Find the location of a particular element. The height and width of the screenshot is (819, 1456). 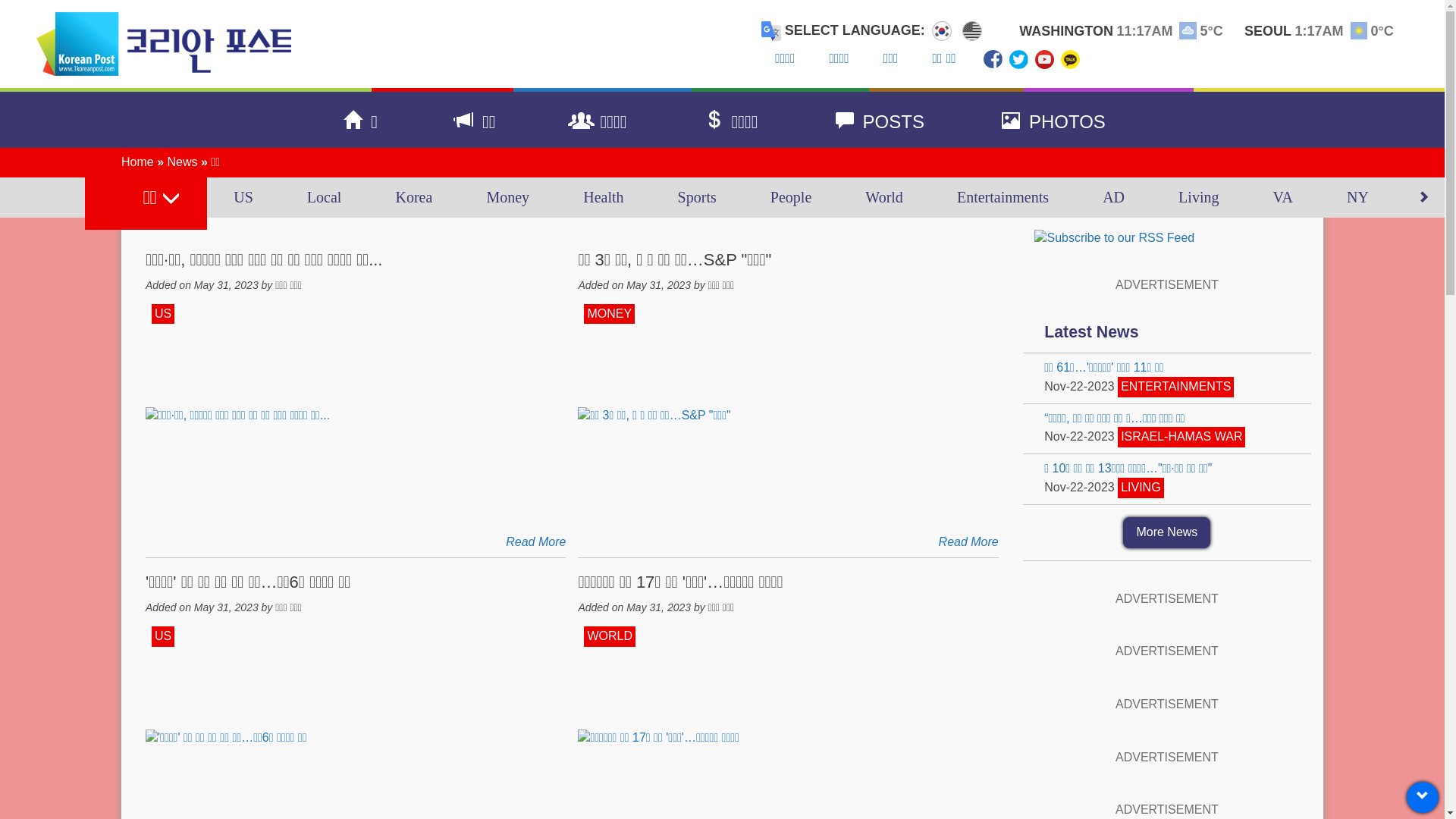

'Find Us on Facebook' is located at coordinates (993, 58).